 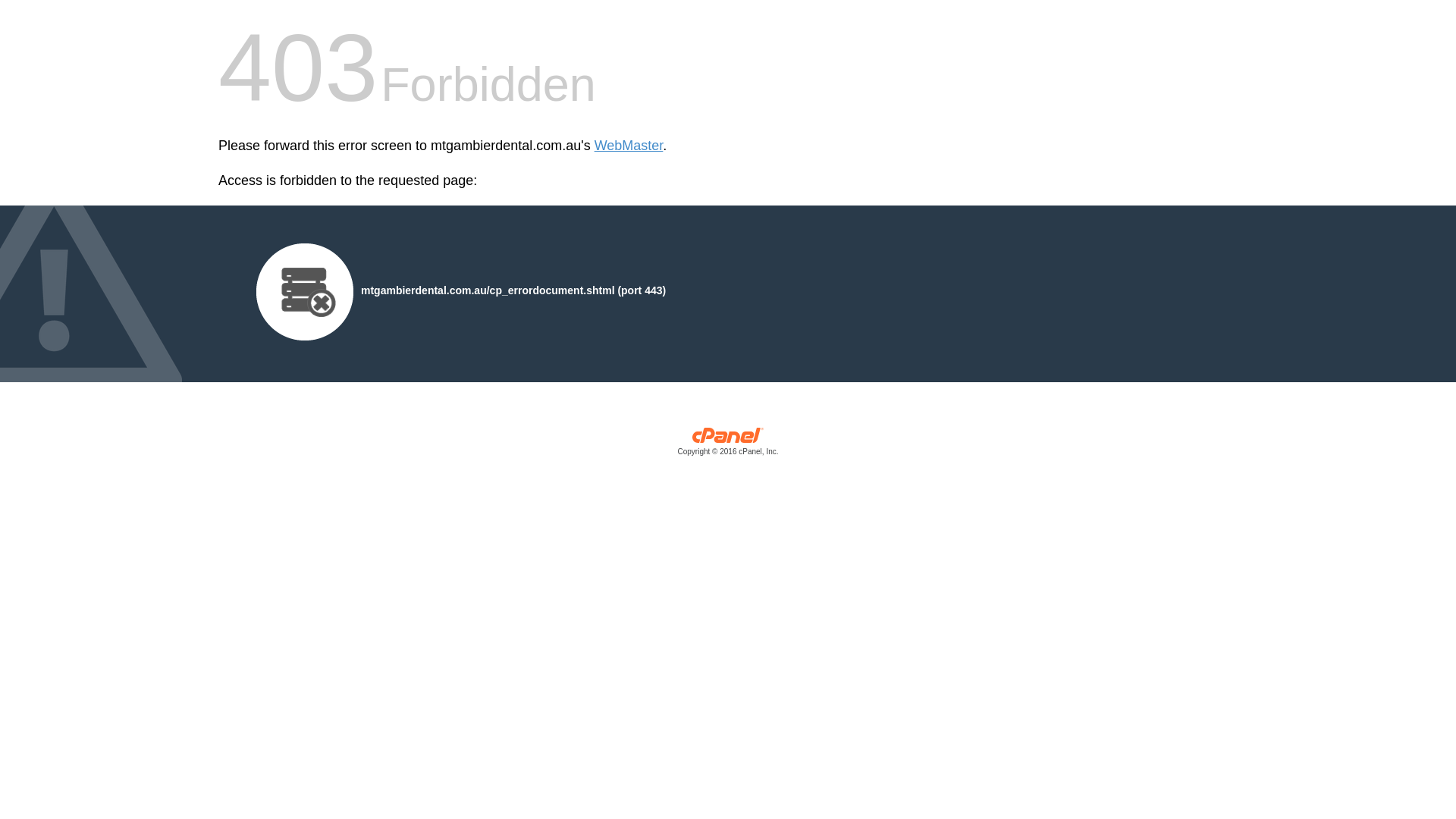 I want to click on 'WebMaster', so click(x=629, y=146).